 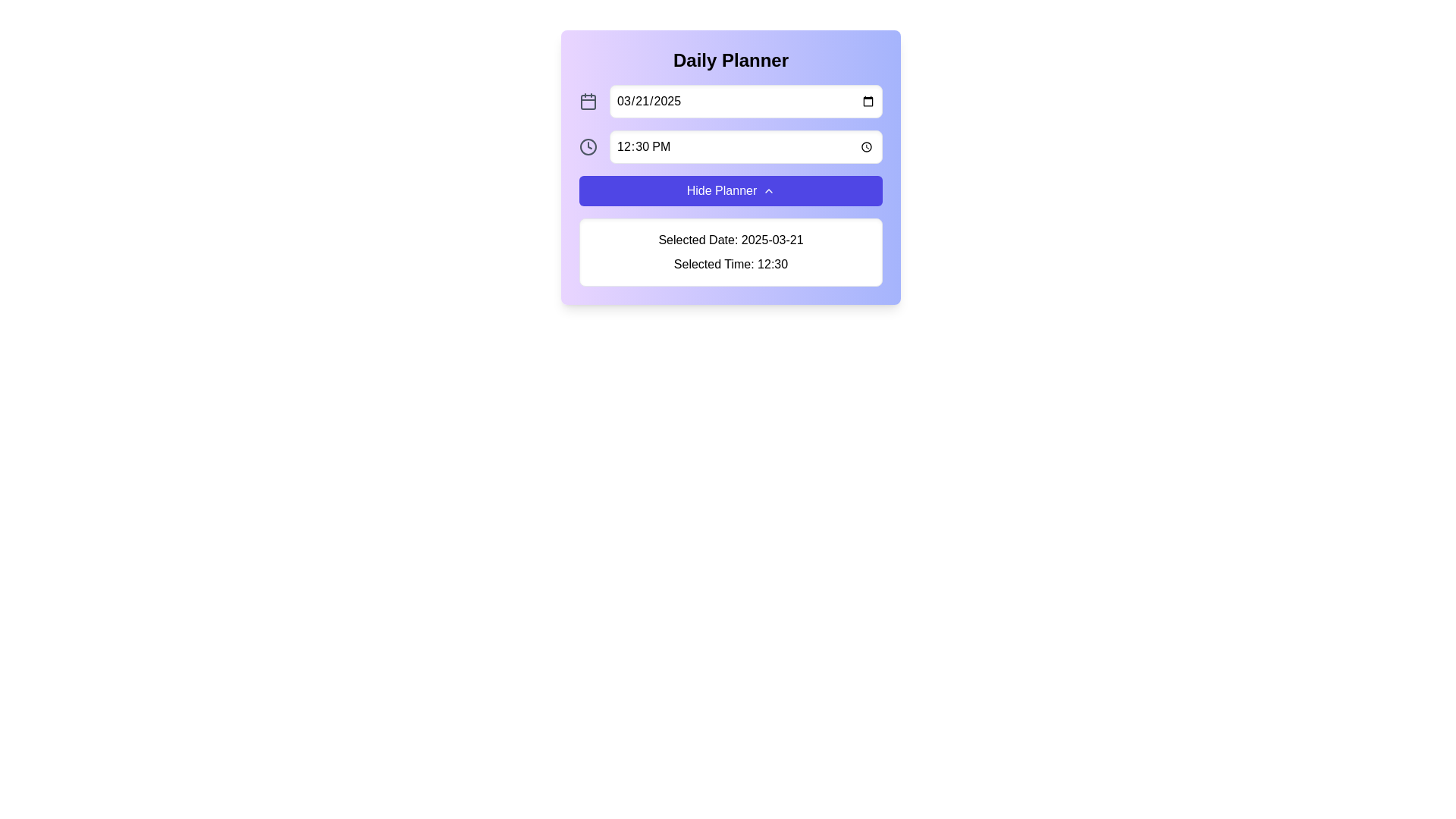 I want to click on the Date input field in the Daily Planner interface to type a date, so click(x=745, y=102).